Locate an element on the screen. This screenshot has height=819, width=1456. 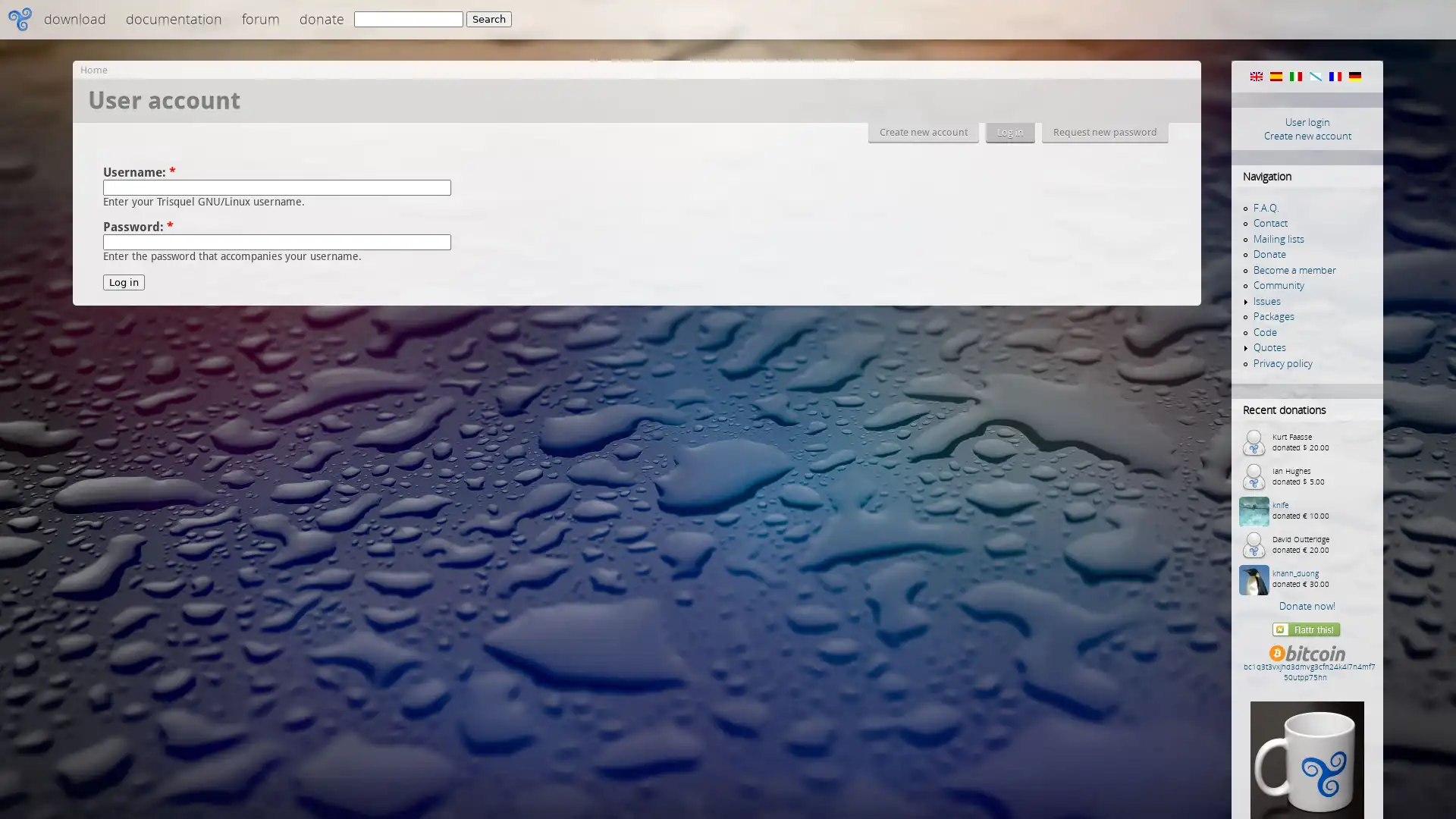
Search is located at coordinates (488, 19).